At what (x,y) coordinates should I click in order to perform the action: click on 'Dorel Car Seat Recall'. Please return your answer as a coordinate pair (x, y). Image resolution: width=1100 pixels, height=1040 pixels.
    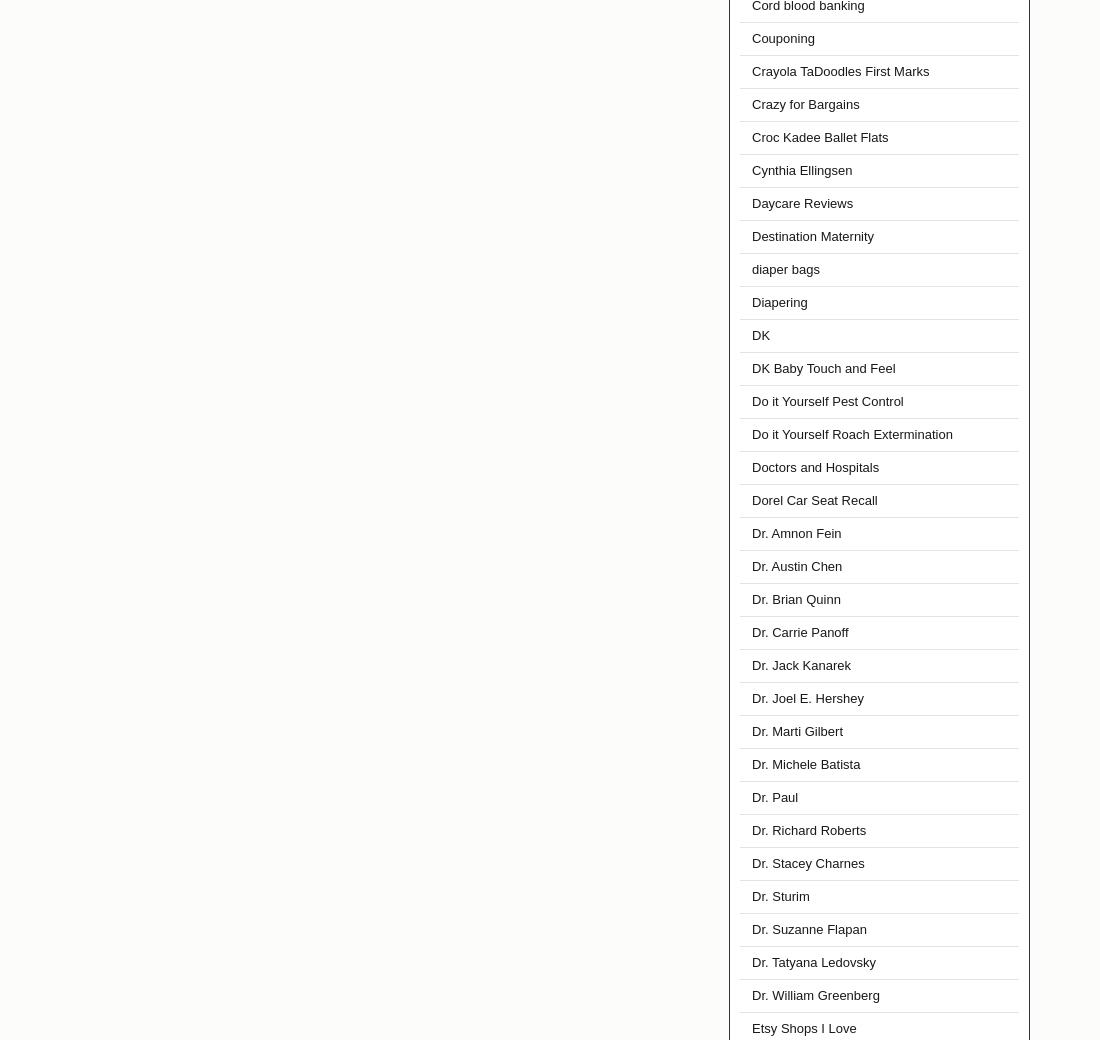
    Looking at the image, I should click on (814, 500).